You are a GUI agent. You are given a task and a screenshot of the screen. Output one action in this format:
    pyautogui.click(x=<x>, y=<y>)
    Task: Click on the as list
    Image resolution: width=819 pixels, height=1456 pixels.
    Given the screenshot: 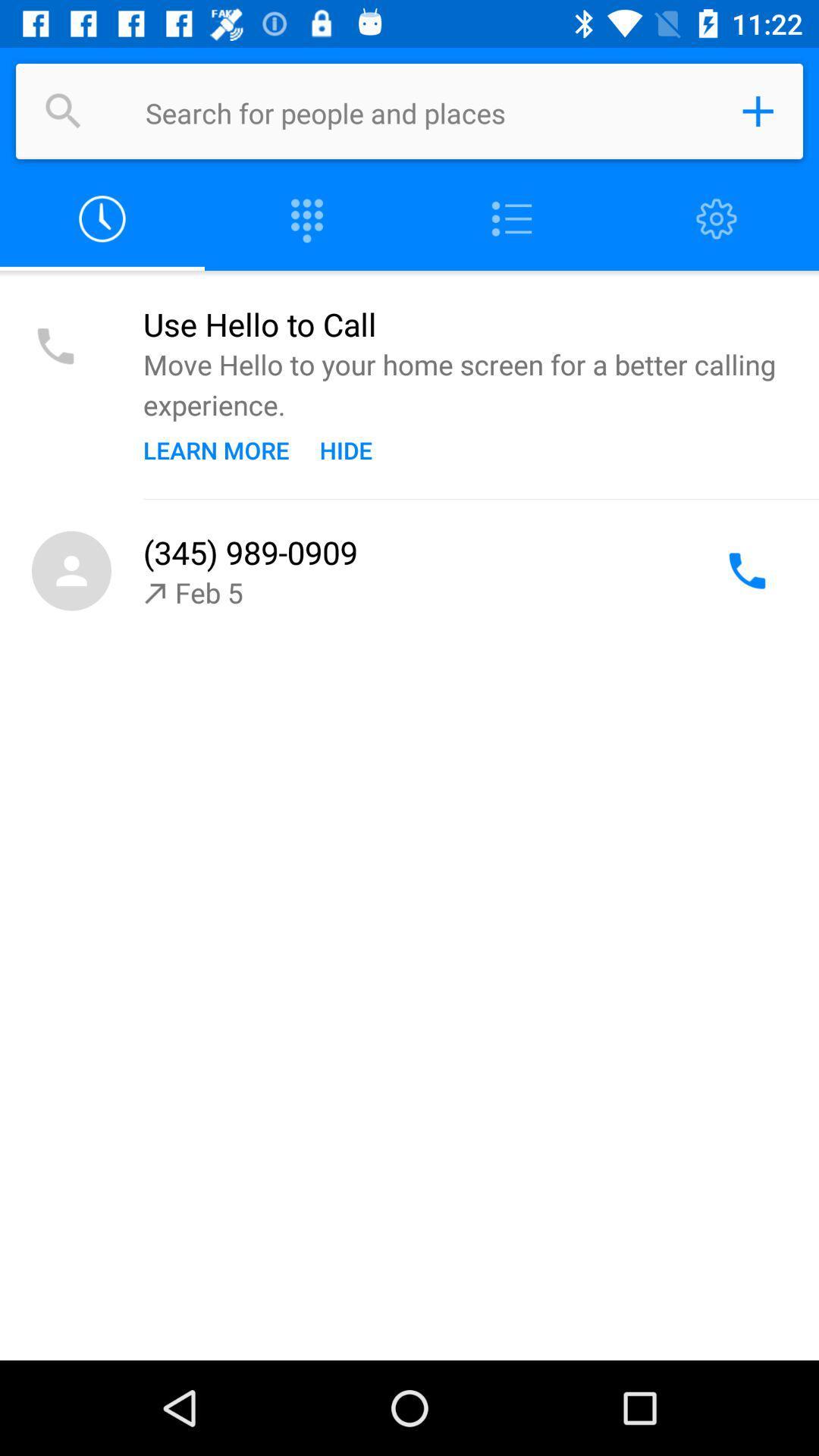 What is the action you would take?
    pyautogui.click(x=512, y=218)
    